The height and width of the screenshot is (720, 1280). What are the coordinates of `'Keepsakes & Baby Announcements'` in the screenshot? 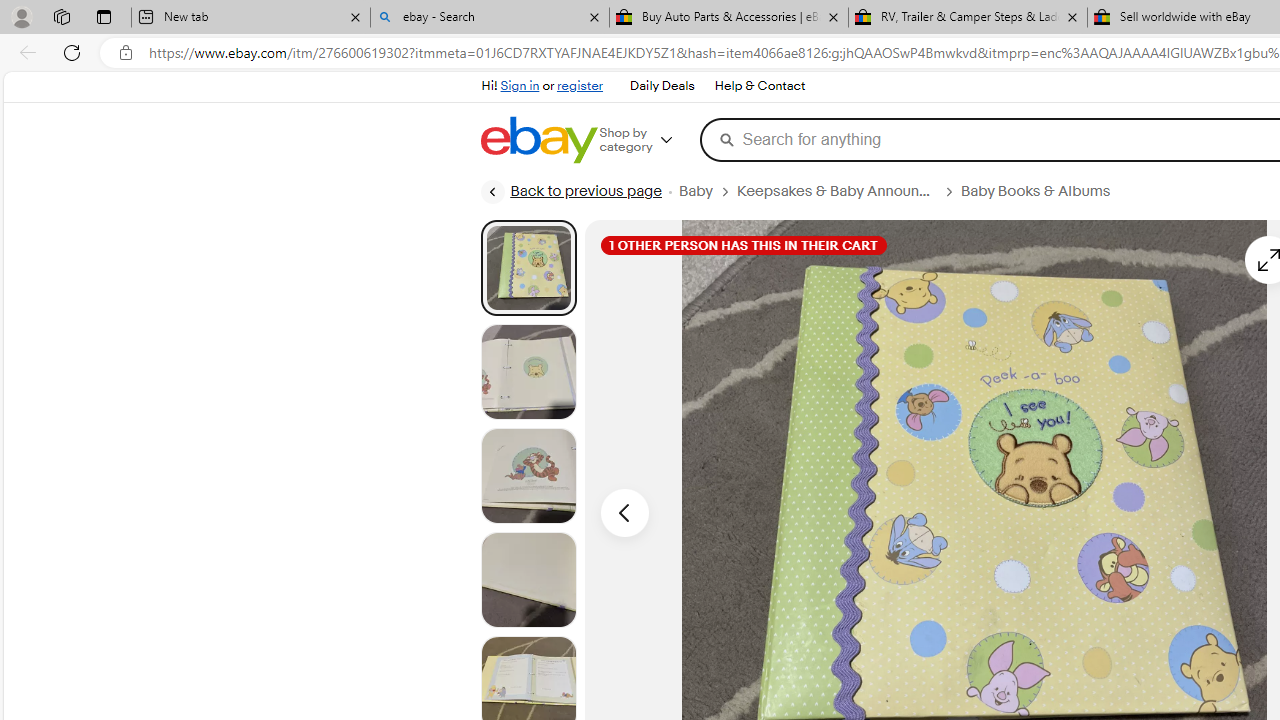 It's located at (836, 191).